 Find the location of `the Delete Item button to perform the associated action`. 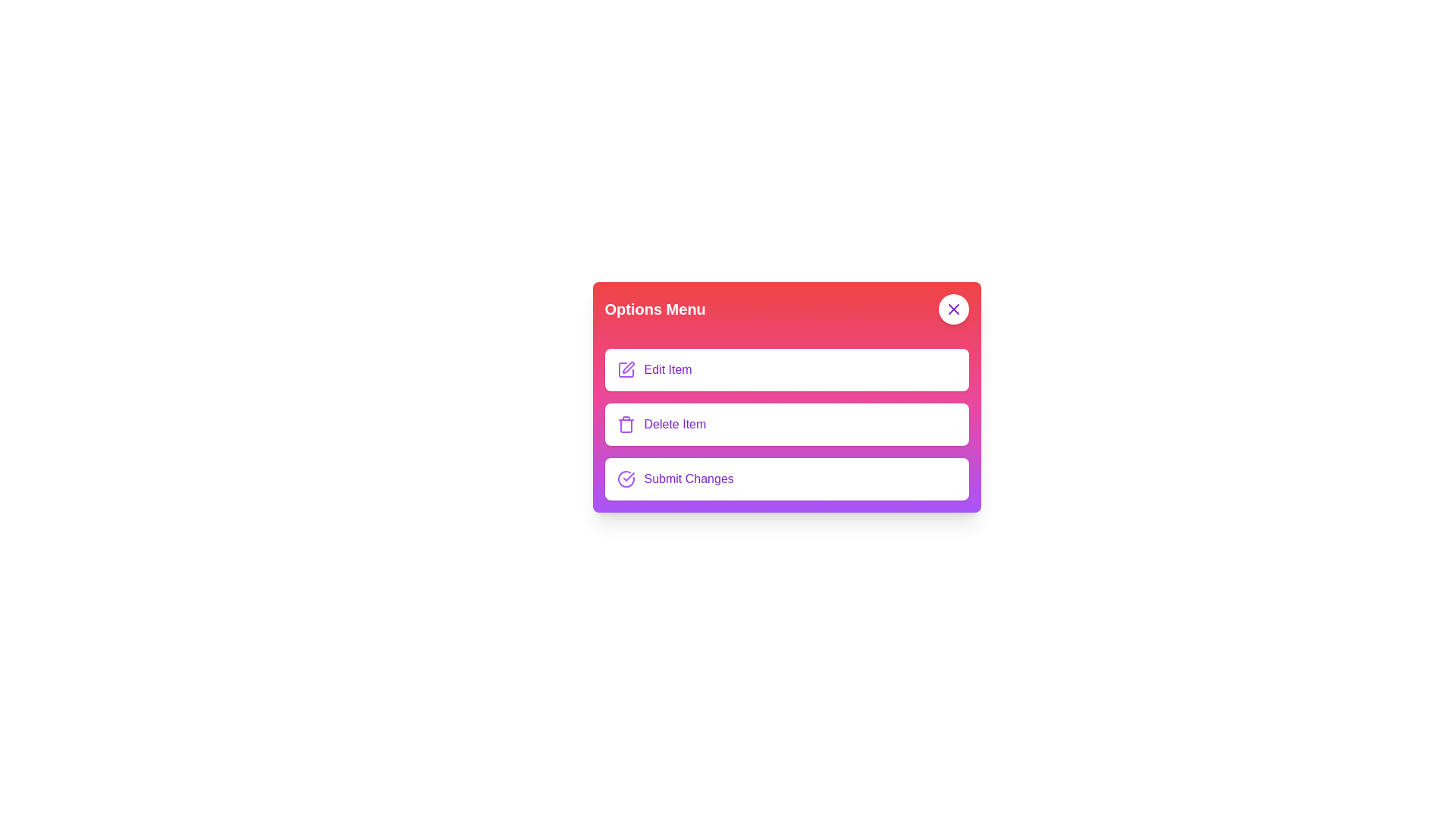

the Delete Item button to perform the associated action is located at coordinates (626, 424).